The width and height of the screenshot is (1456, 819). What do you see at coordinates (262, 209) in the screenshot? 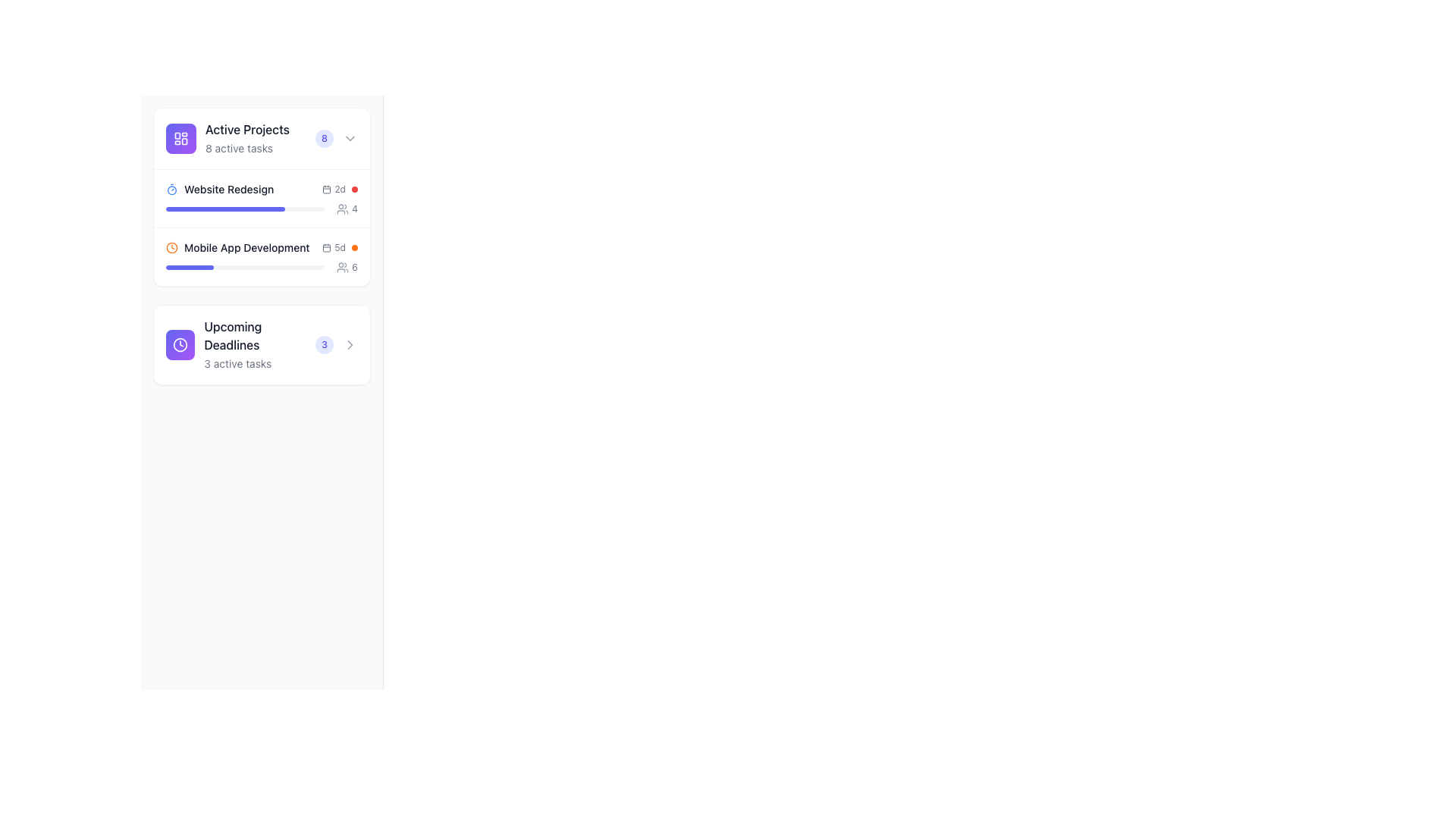
I see `the completion status of the progress bar located within the 'Website Redesign' task card, positioned directly below the title and deadline indicator` at bounding box center [262, 209].